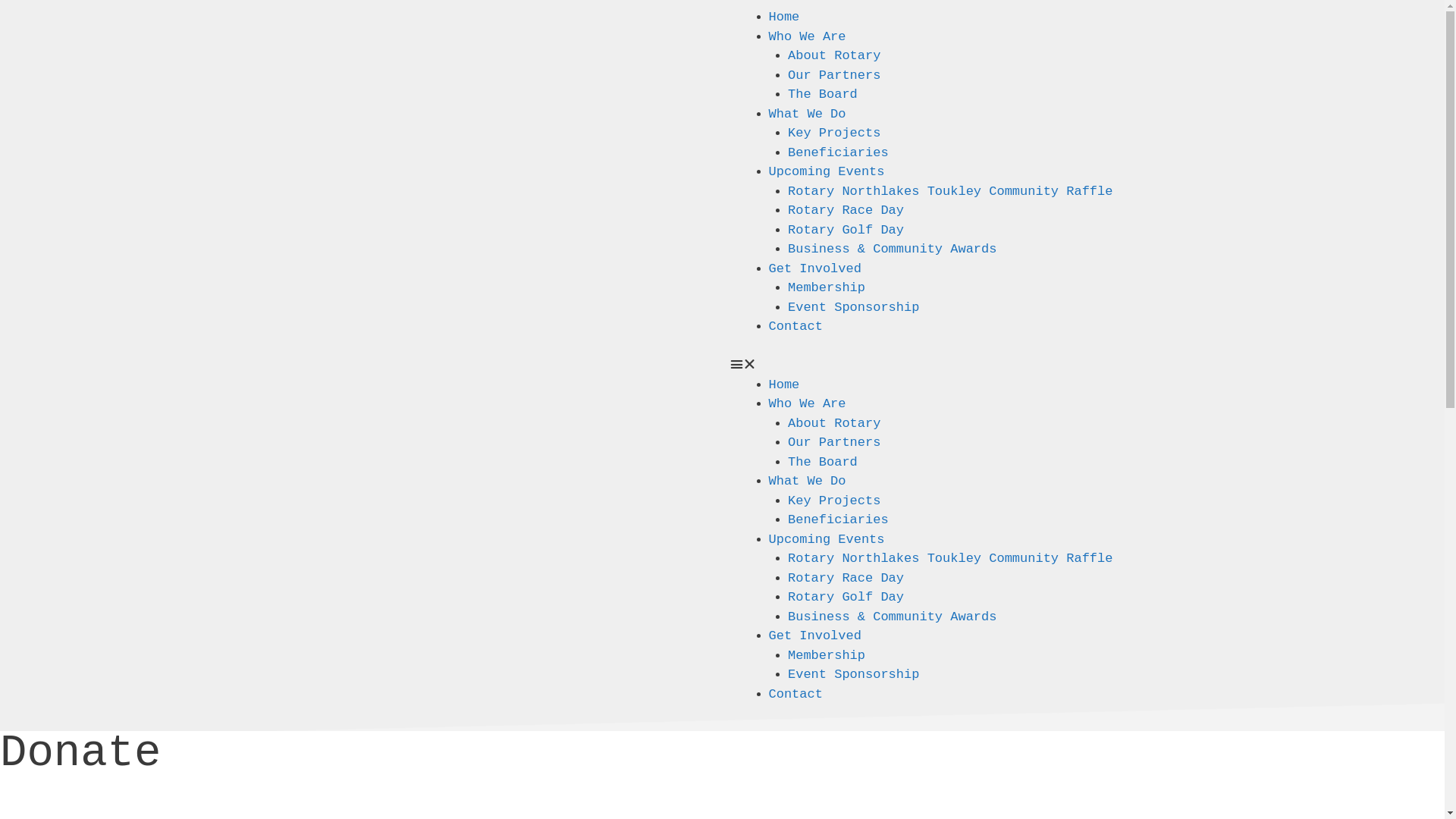 Image resolution: width=1456 pixels, height=819 pixels. I want to click on 'Get Involved', so click(814, 267).